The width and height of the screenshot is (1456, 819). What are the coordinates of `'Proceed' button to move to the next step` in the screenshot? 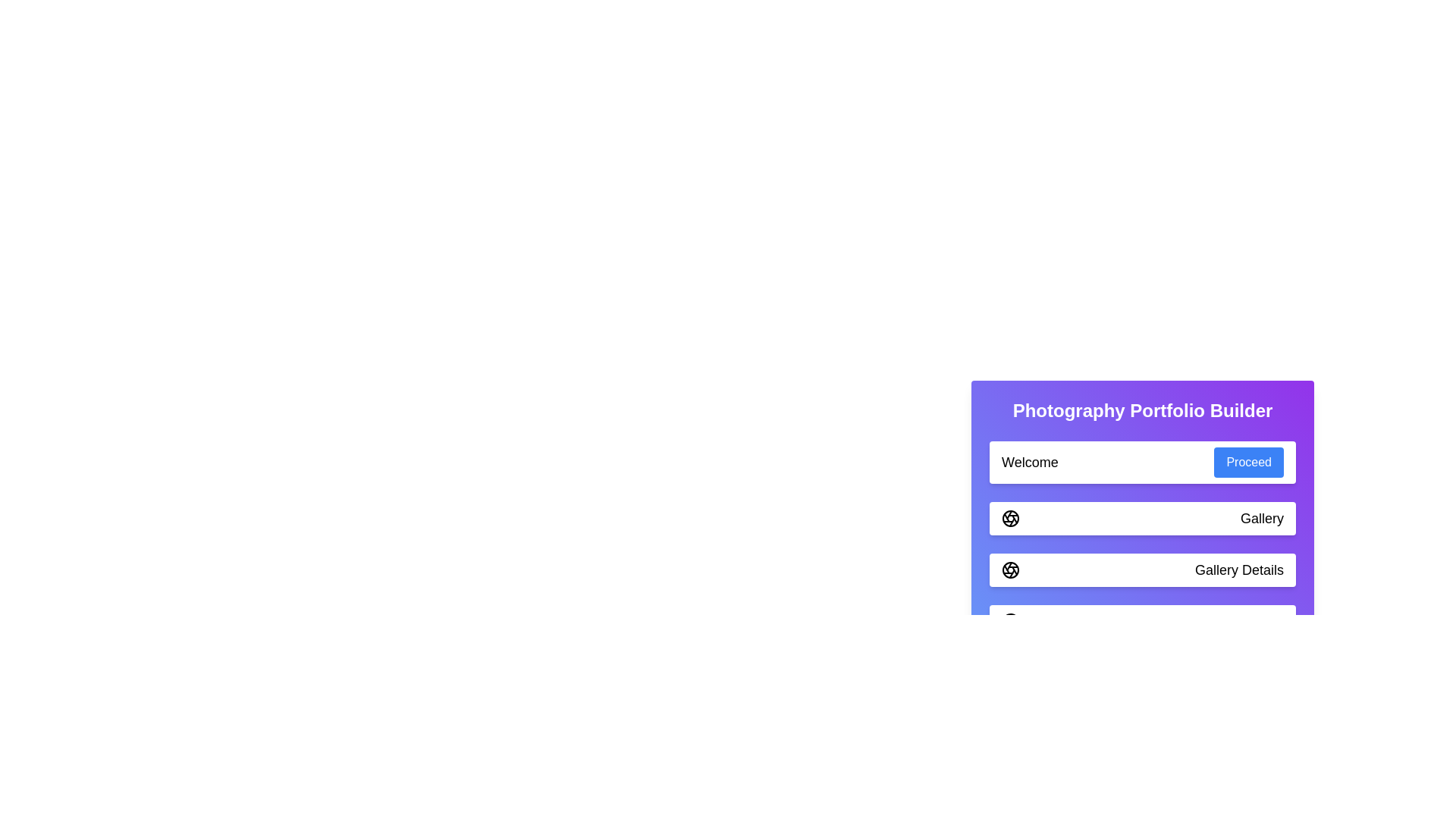 It's located at (1248, 461).